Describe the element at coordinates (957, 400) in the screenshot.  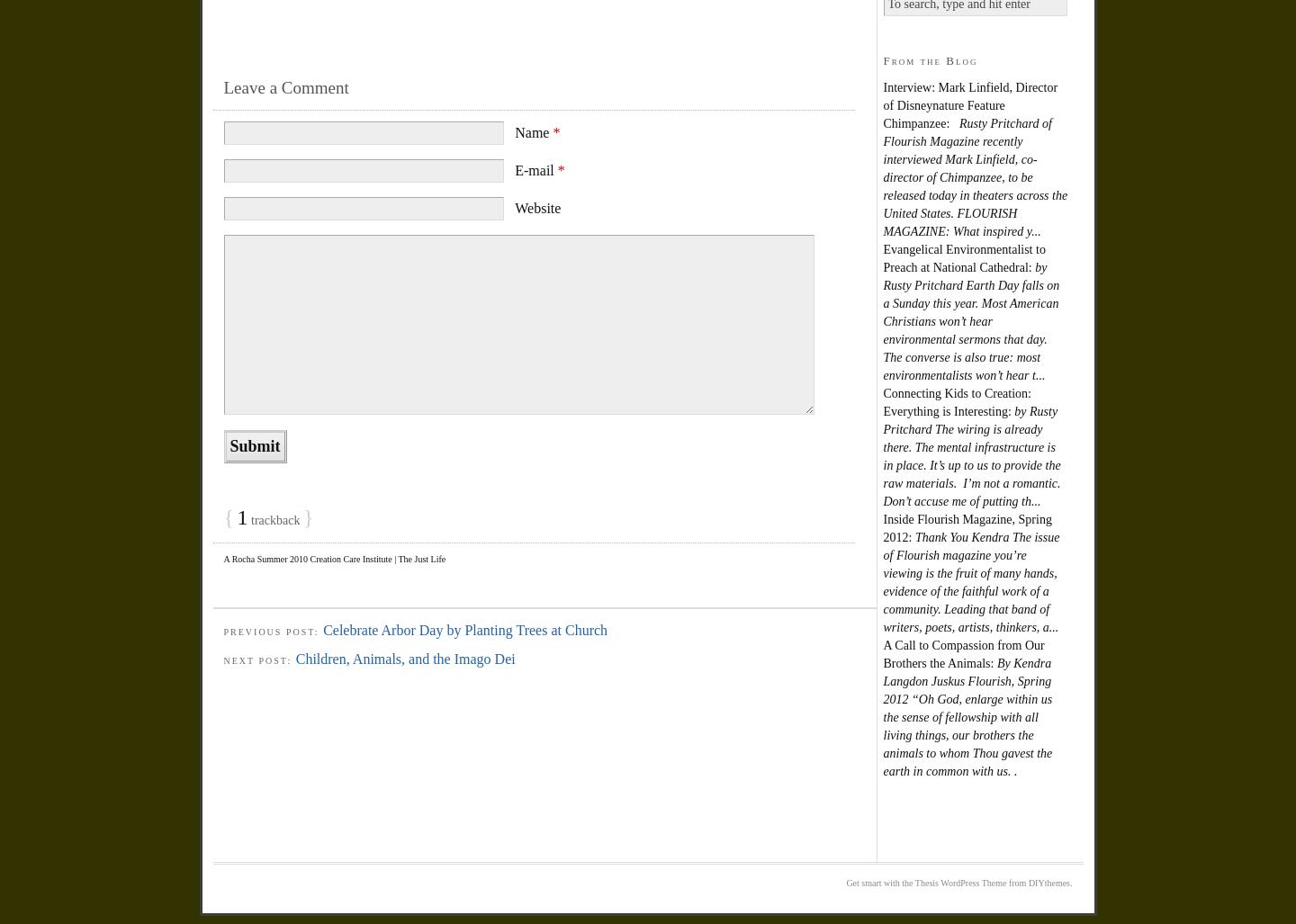
I see `'Connecting Kids to Creation: Everything is Interesting:'` at that location.